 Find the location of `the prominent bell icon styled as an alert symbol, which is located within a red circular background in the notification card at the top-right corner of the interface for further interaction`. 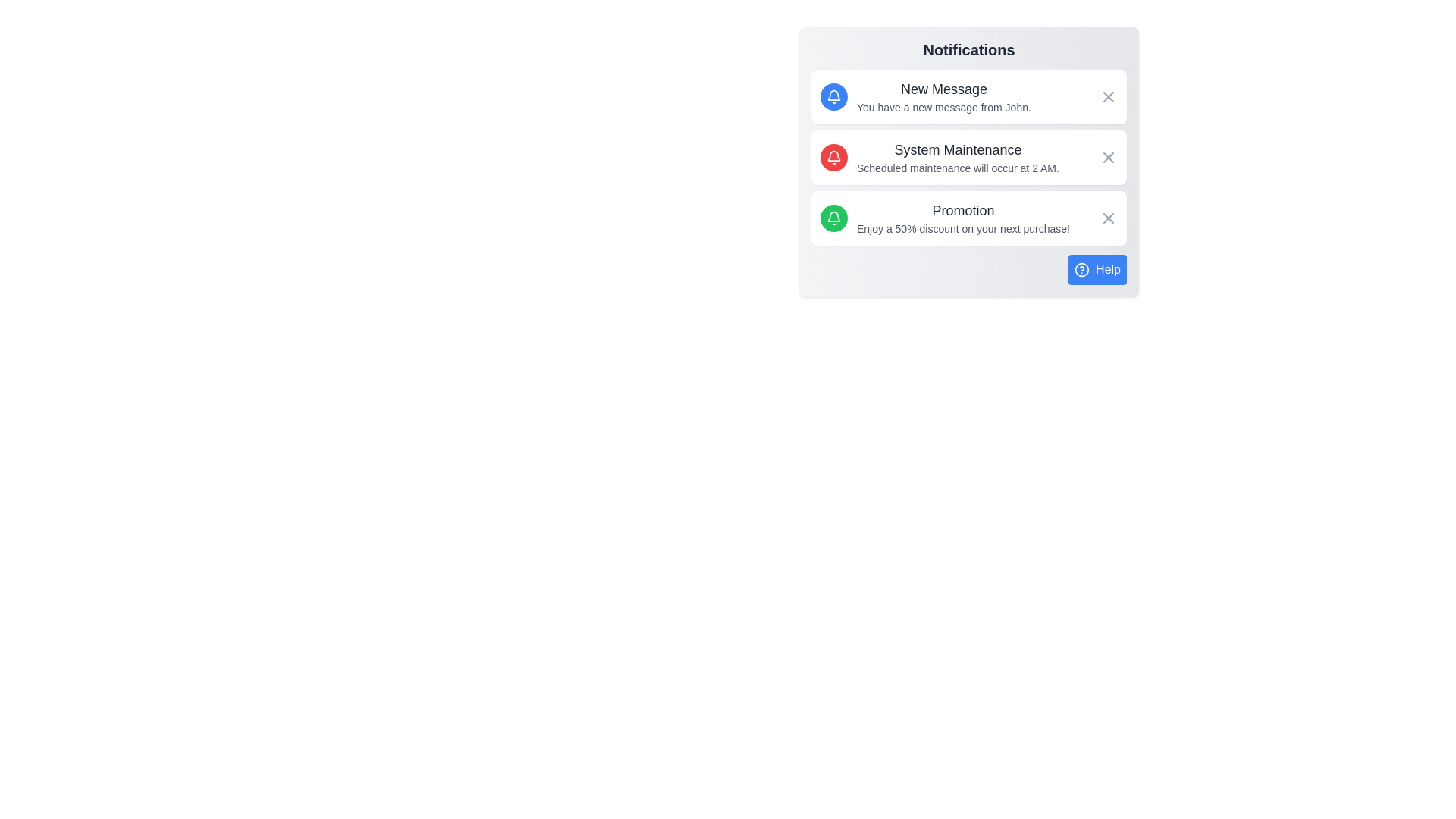

the prominent bell icon styled as an alert symbol, which is located within a red circular background in the notification card at the top-right corner of the interface for further interaction is located at coordinates (833, 158).